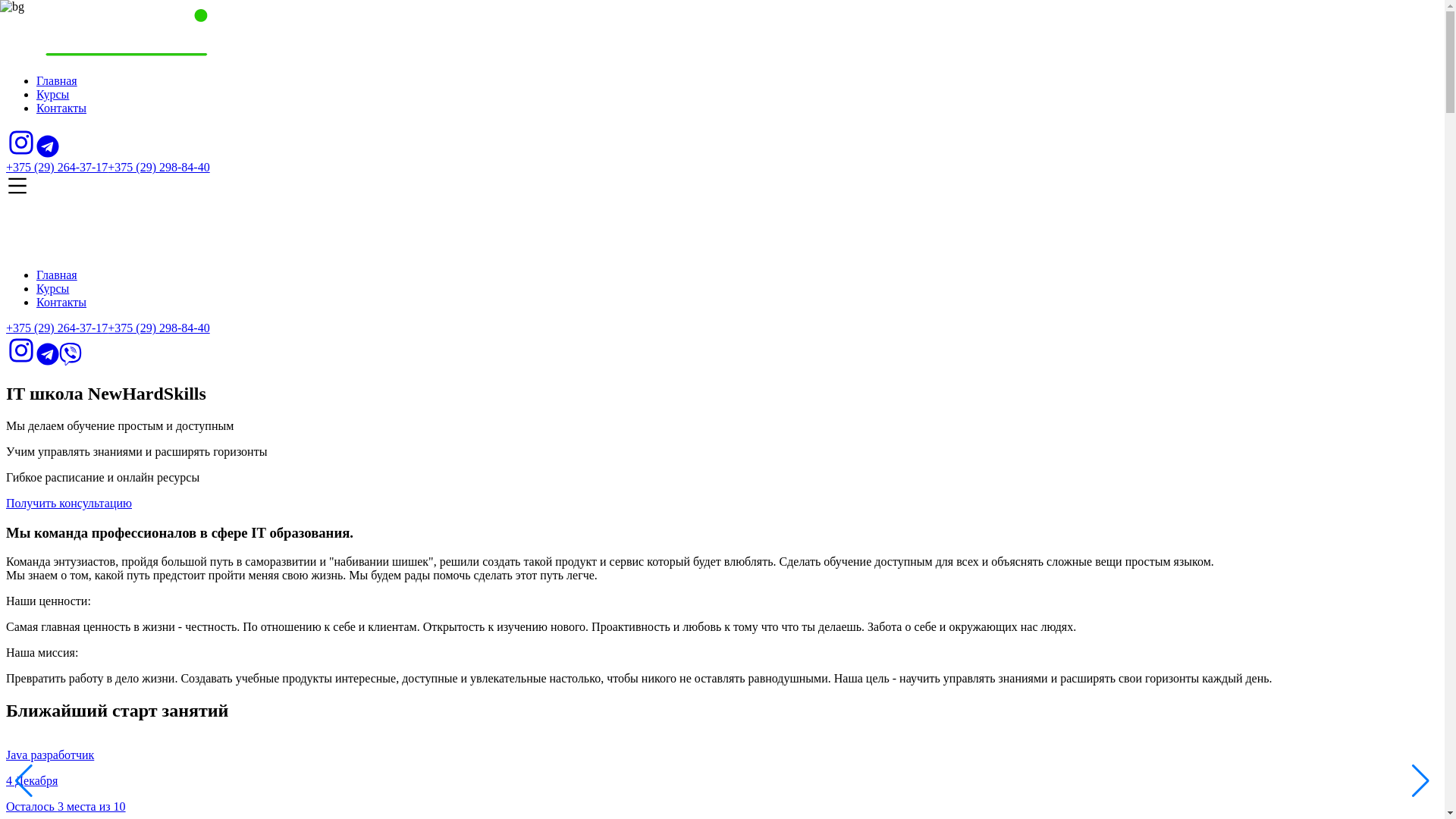  Describe the element at coordinates (158, 327) in the screenshot. I see `'+375 (29) 298-84-40'` at that location.